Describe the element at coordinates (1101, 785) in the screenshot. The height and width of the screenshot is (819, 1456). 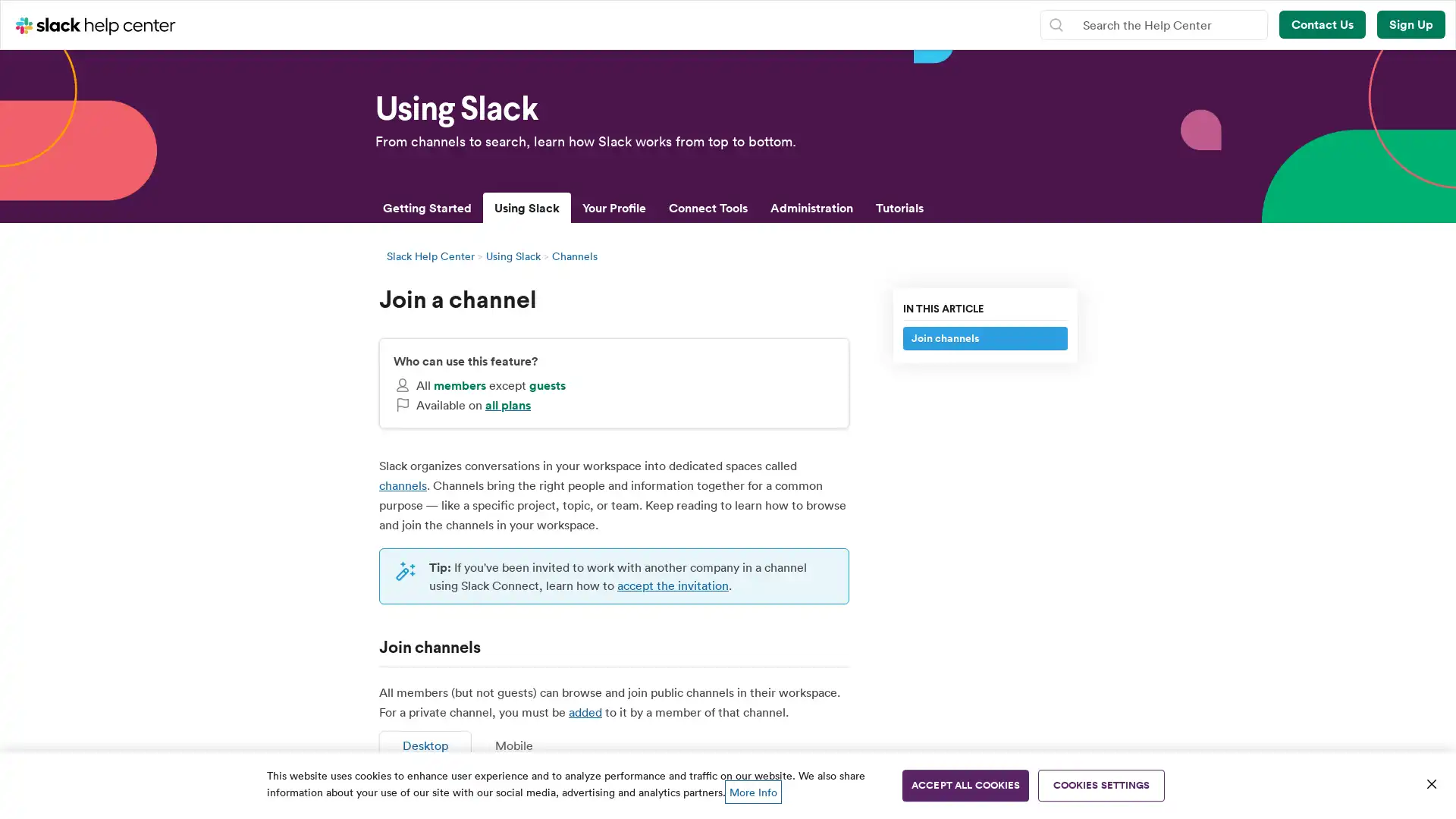
I see `COOKIES SETTINGS` at that location.